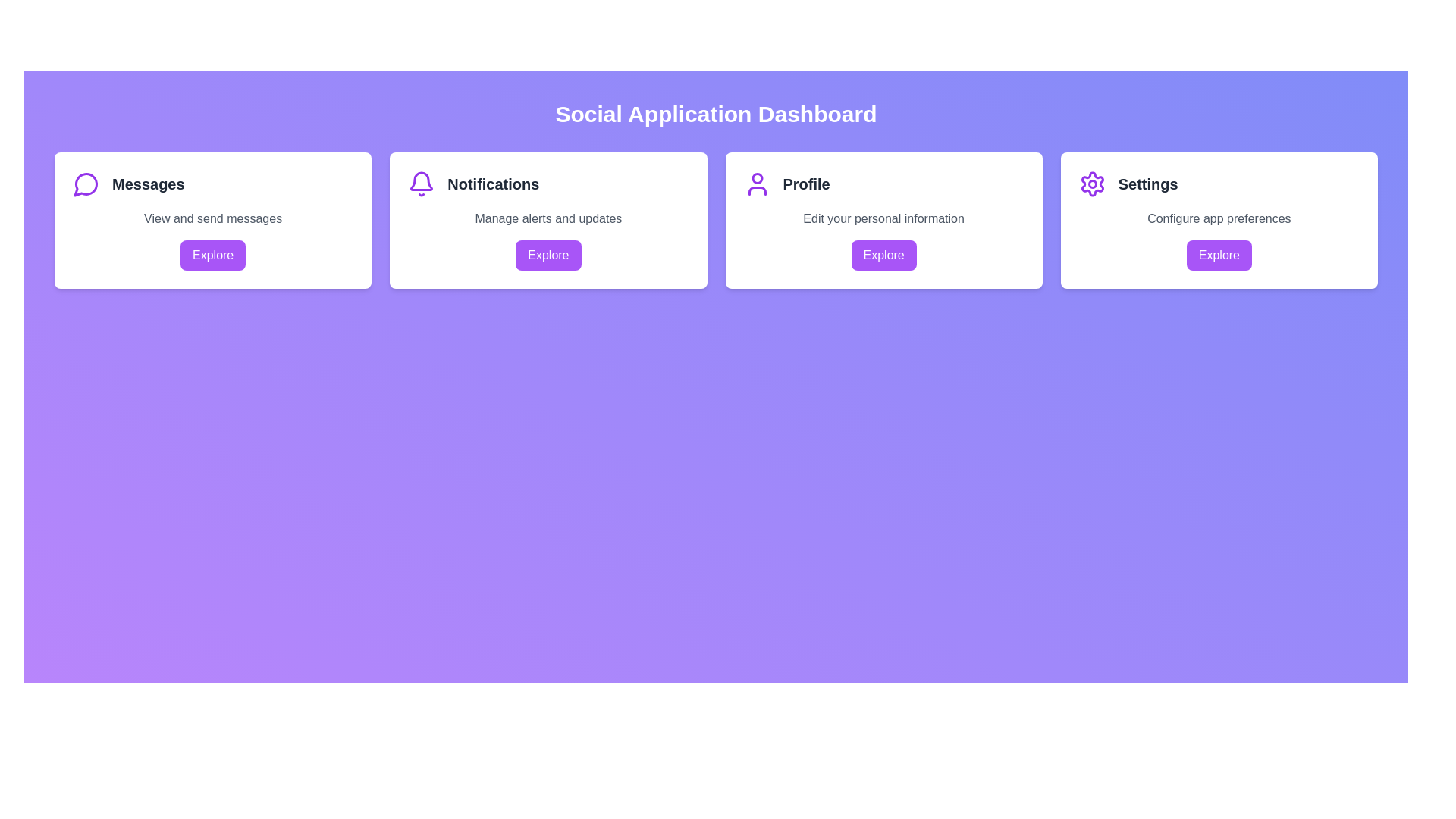 The height and width of the screenshot is (819, 1456). I want to click on the settings icon located in the fourth card of the settings section, positioned to the left of the section title text, so click(1092, 184).